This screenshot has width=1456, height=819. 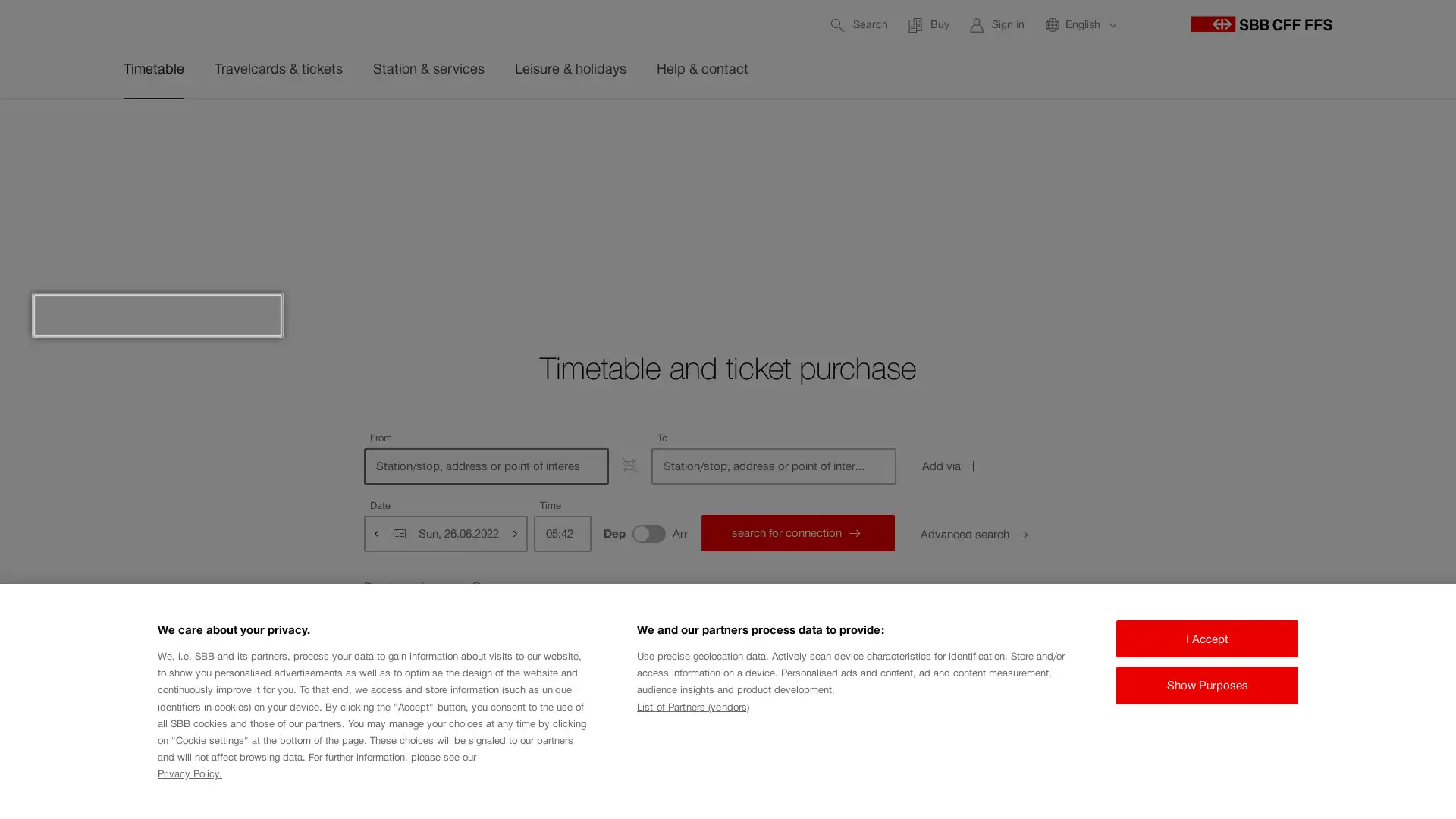 I want to click on Change language. Current language: English, so click(x=1080, y=24).